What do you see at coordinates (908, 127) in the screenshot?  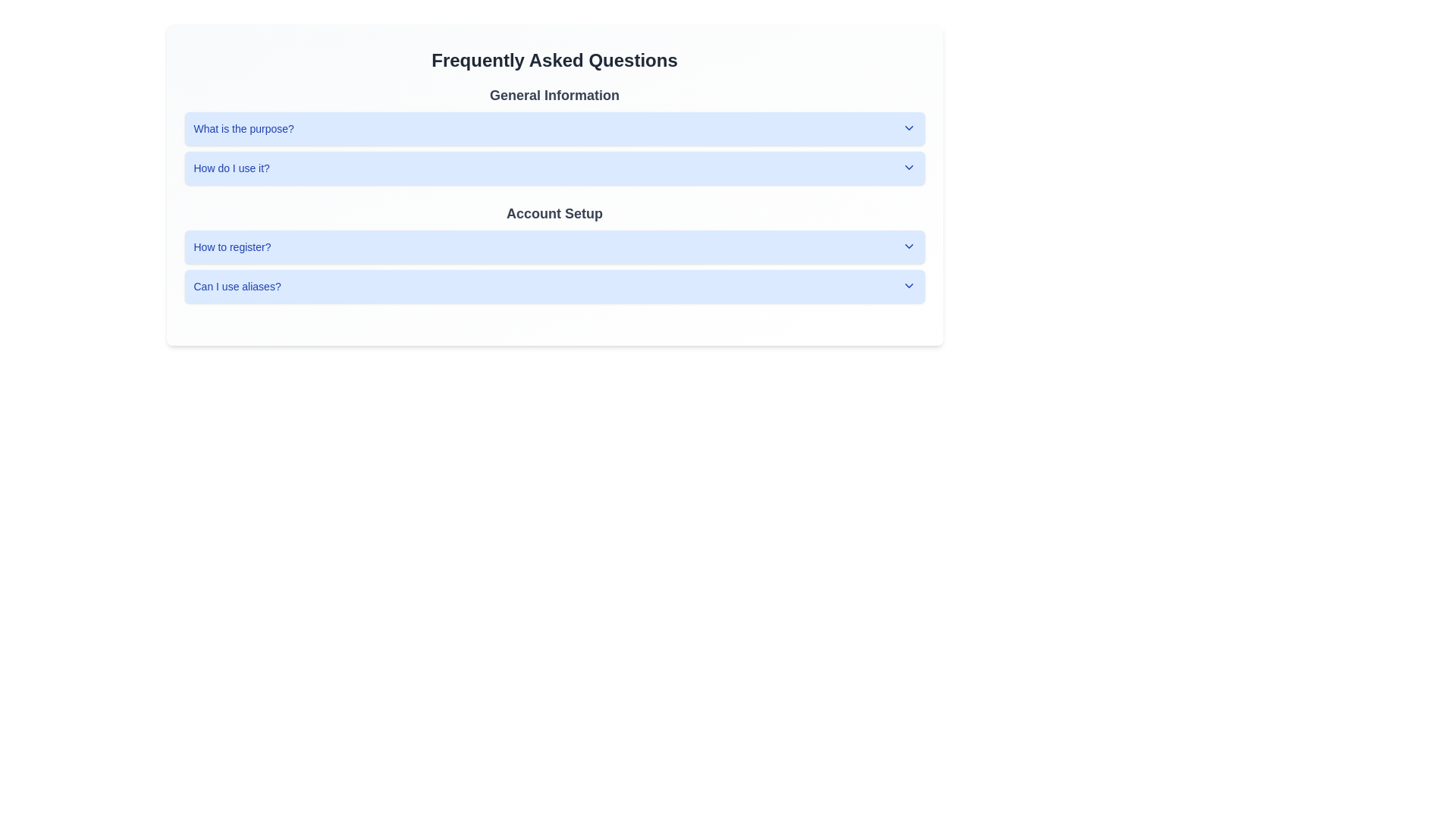 I see `the SVG icon at the end of the row labeled 'What is the purpose?'` at bounding box center [908, 127].